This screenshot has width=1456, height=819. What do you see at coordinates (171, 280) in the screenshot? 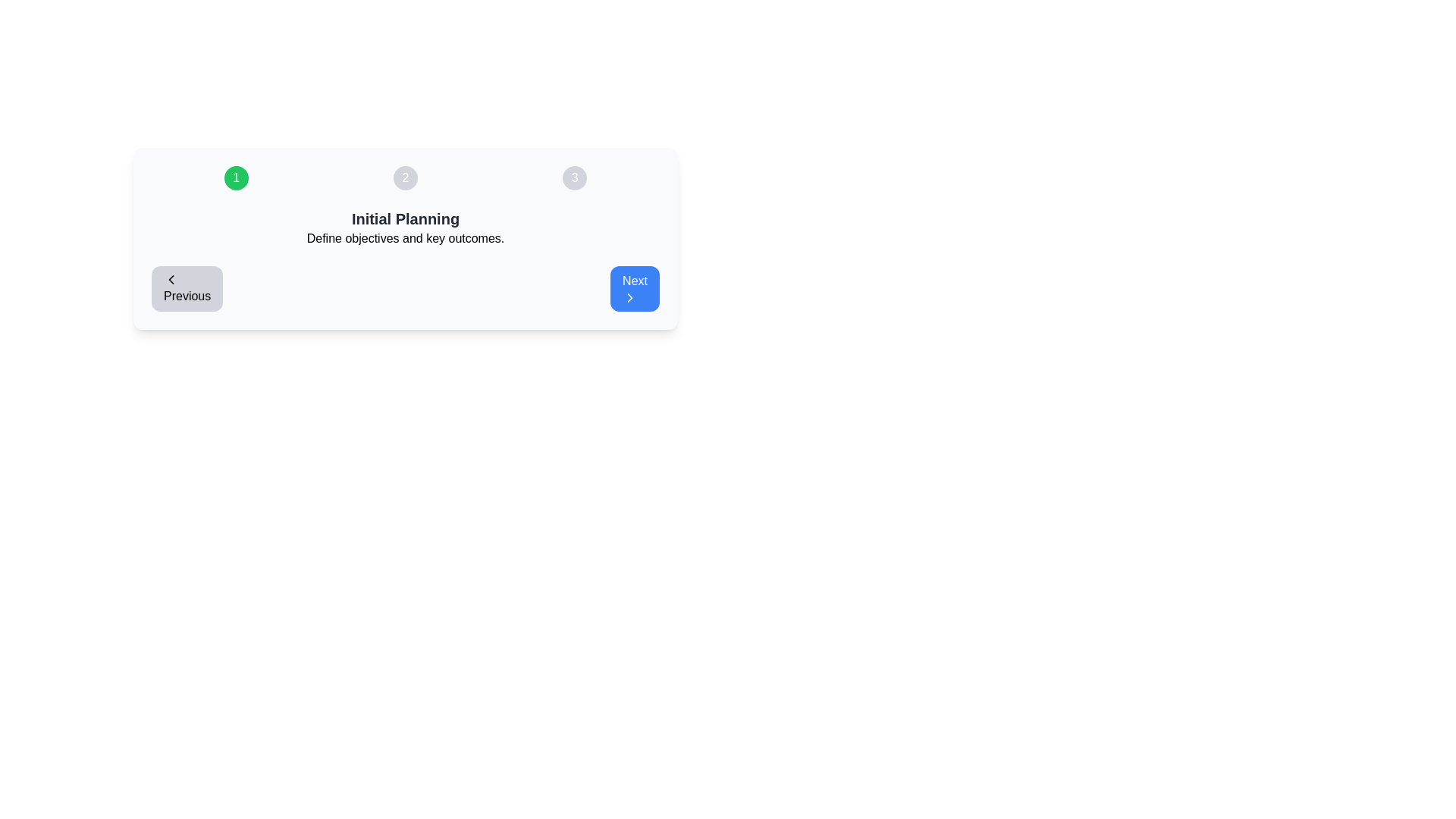
I see `the left-pointing chevron icon that indicates a navigation action to move backward, located at the center of the card labeled 'Previous'` at bounding box center [171, 280].